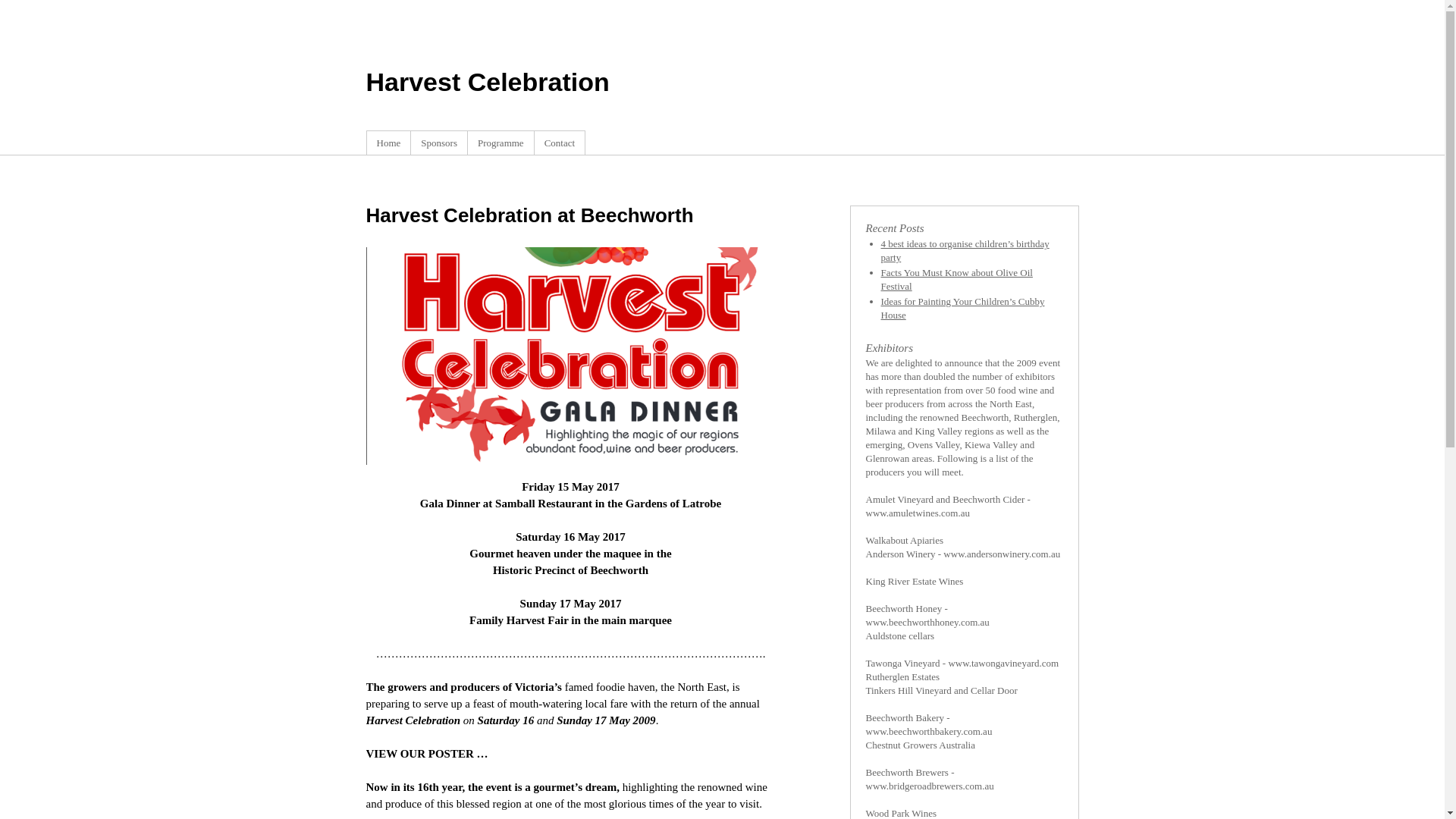 The height and width of the screenshot is (819, 1456). Describe the element at coordinates (438, 143) in the screenshot. I see `'Sponsors'` at that location.